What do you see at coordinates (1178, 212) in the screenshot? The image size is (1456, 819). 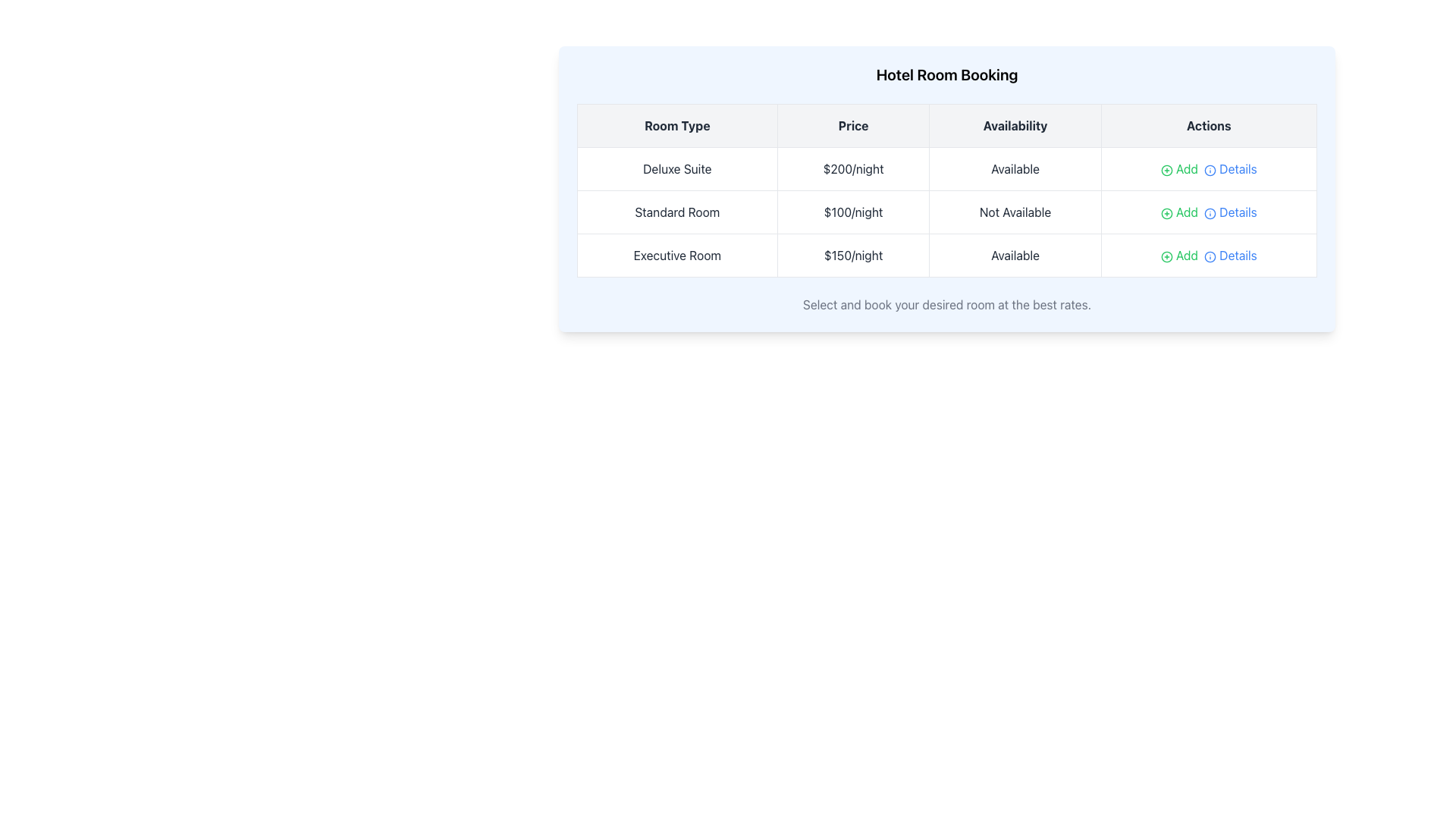 I see `the 'Add' button located on the second row under the 'Actions' column in the table layout, which is positioned to the left of the blue 'Details' link` at bounding box center [1178, 212].